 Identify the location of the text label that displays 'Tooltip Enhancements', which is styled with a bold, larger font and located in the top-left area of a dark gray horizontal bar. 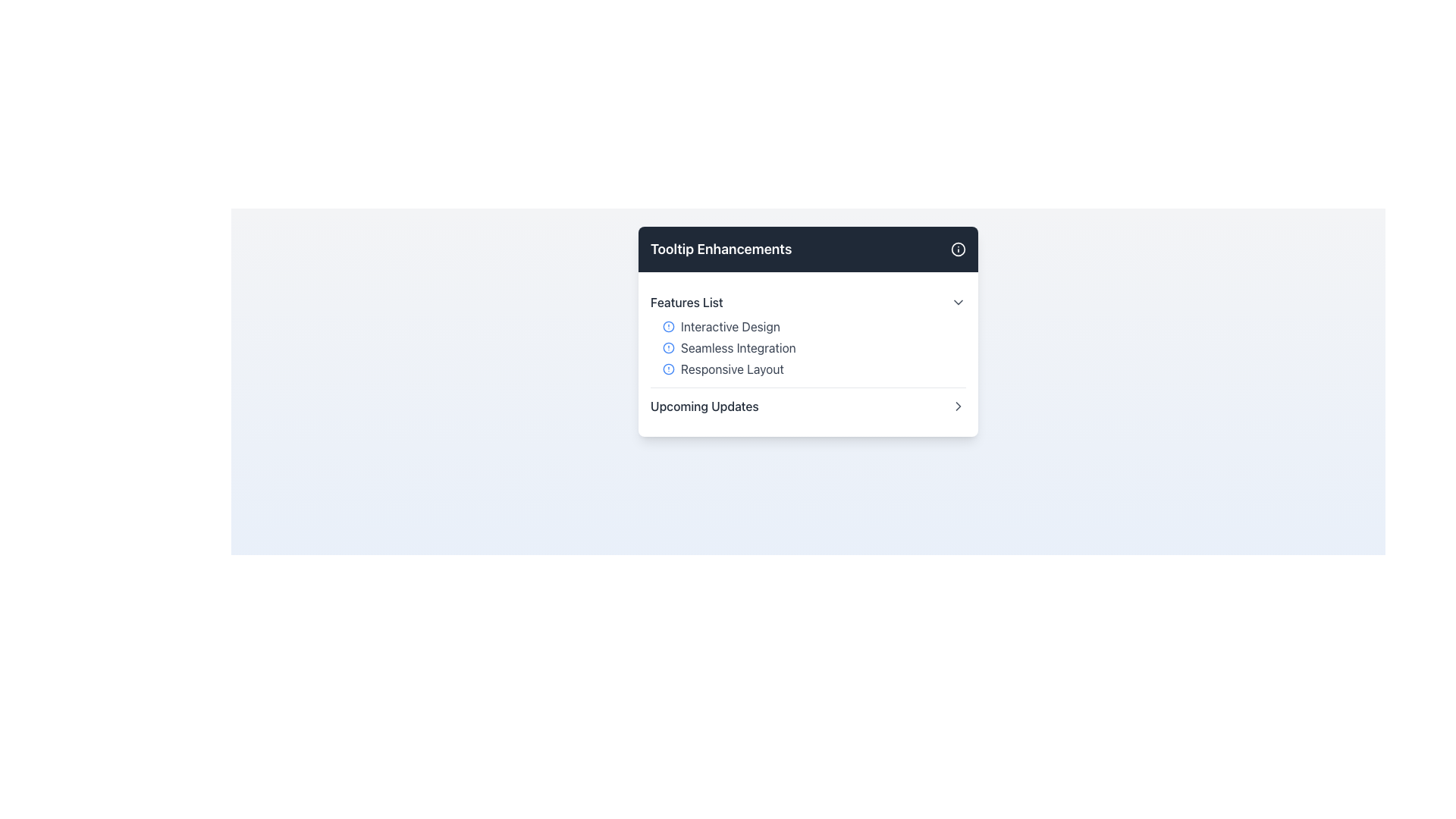
(720, 248).